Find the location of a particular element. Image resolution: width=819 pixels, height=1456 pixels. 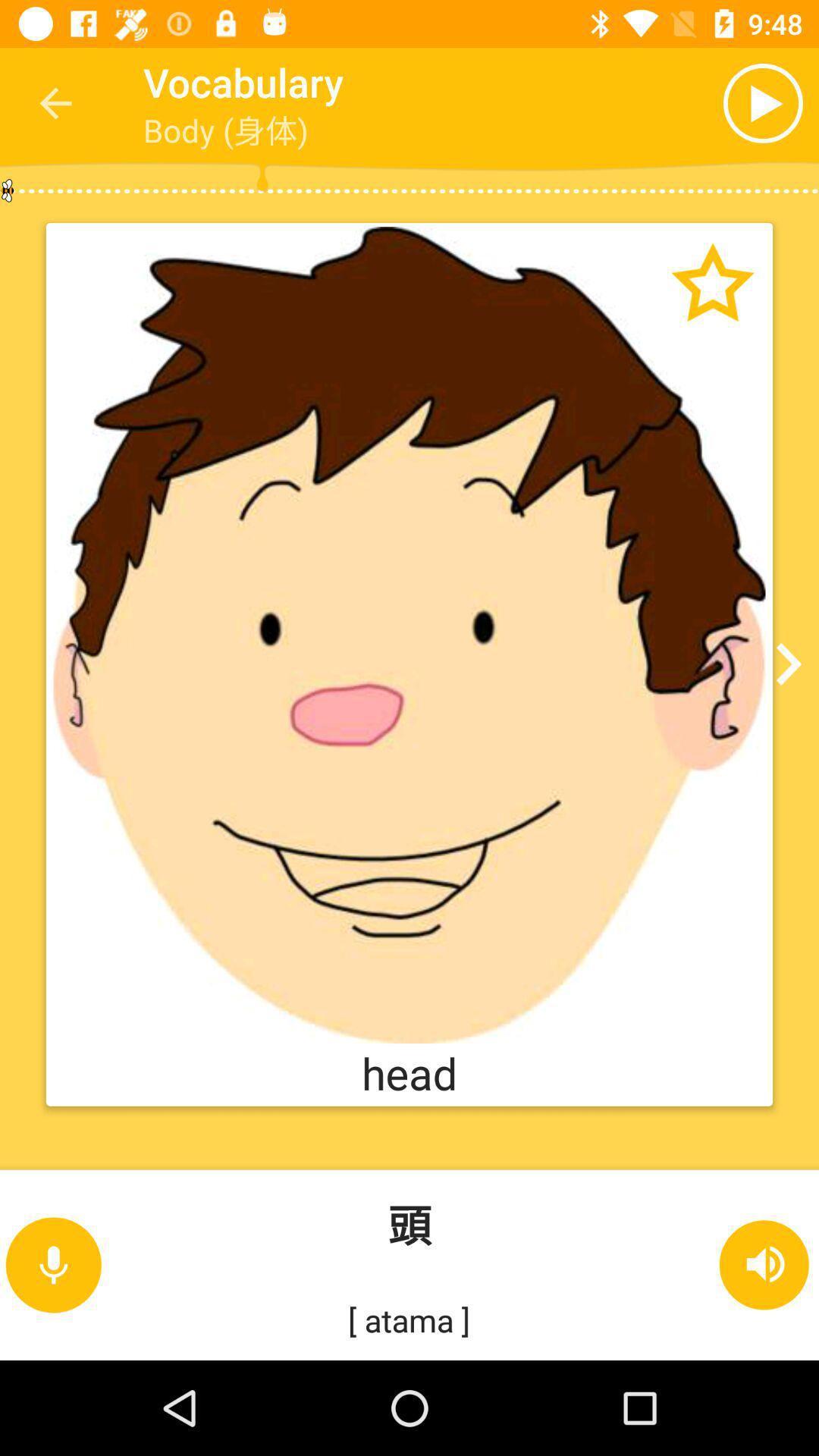

the arrow_forward icon is located at coordinates (783, 664).